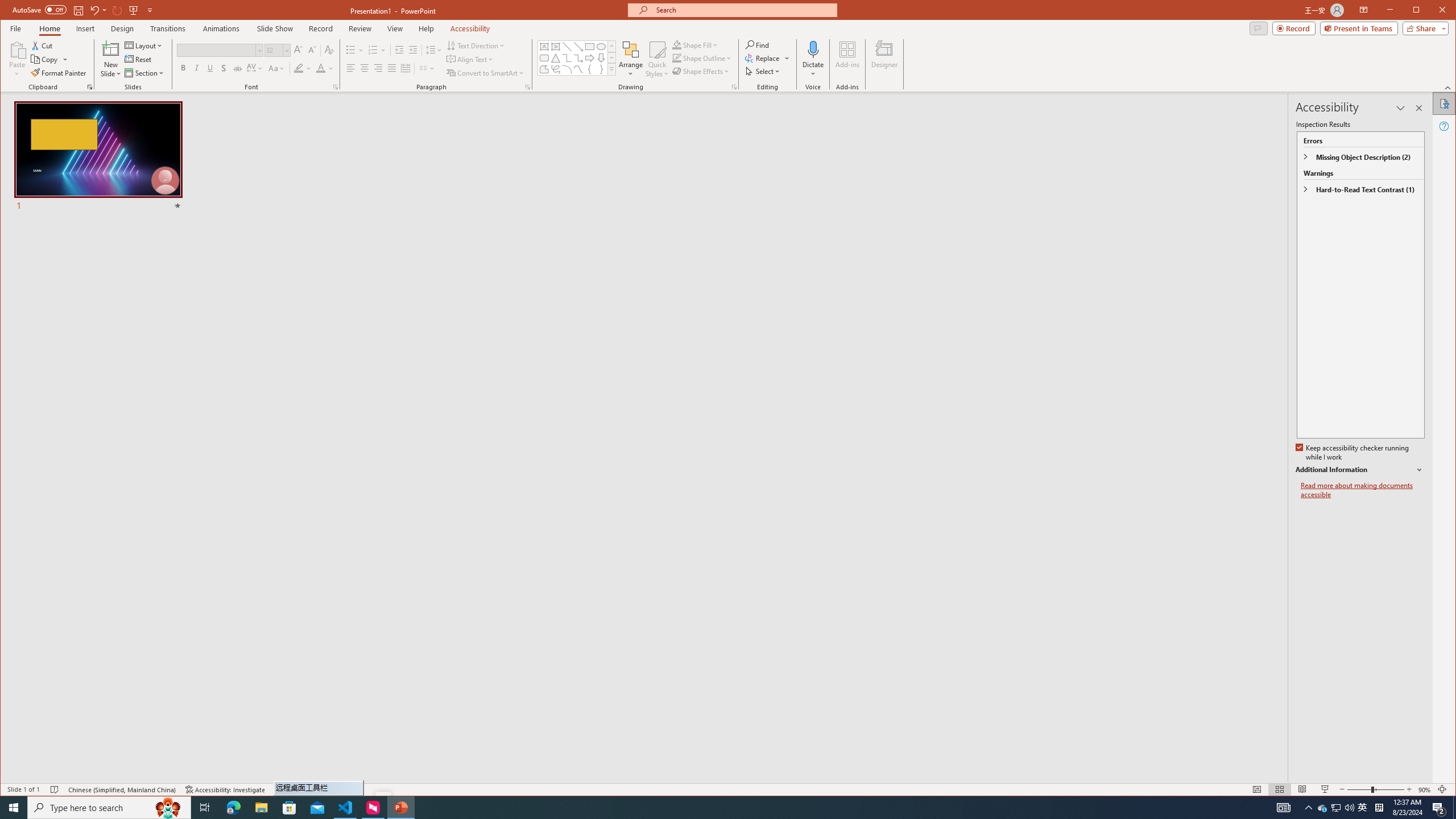 The width and height of the screenshot is (1456, 819). Describe the element at coordinates (1424, 789) in the screenshot. I see `'Zoom 90%'` at that location.